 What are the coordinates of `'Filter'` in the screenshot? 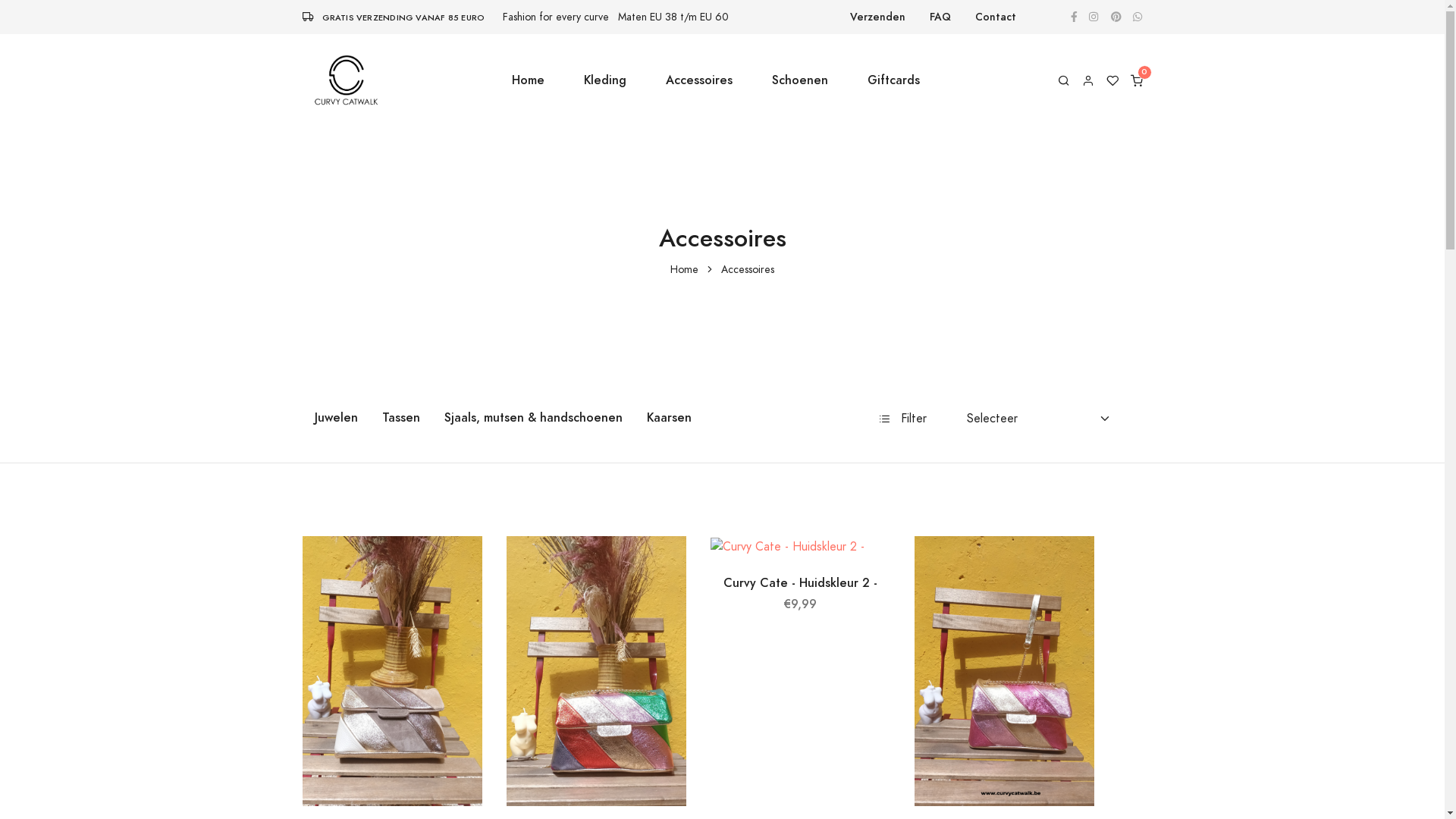 It's located at (903, 418).